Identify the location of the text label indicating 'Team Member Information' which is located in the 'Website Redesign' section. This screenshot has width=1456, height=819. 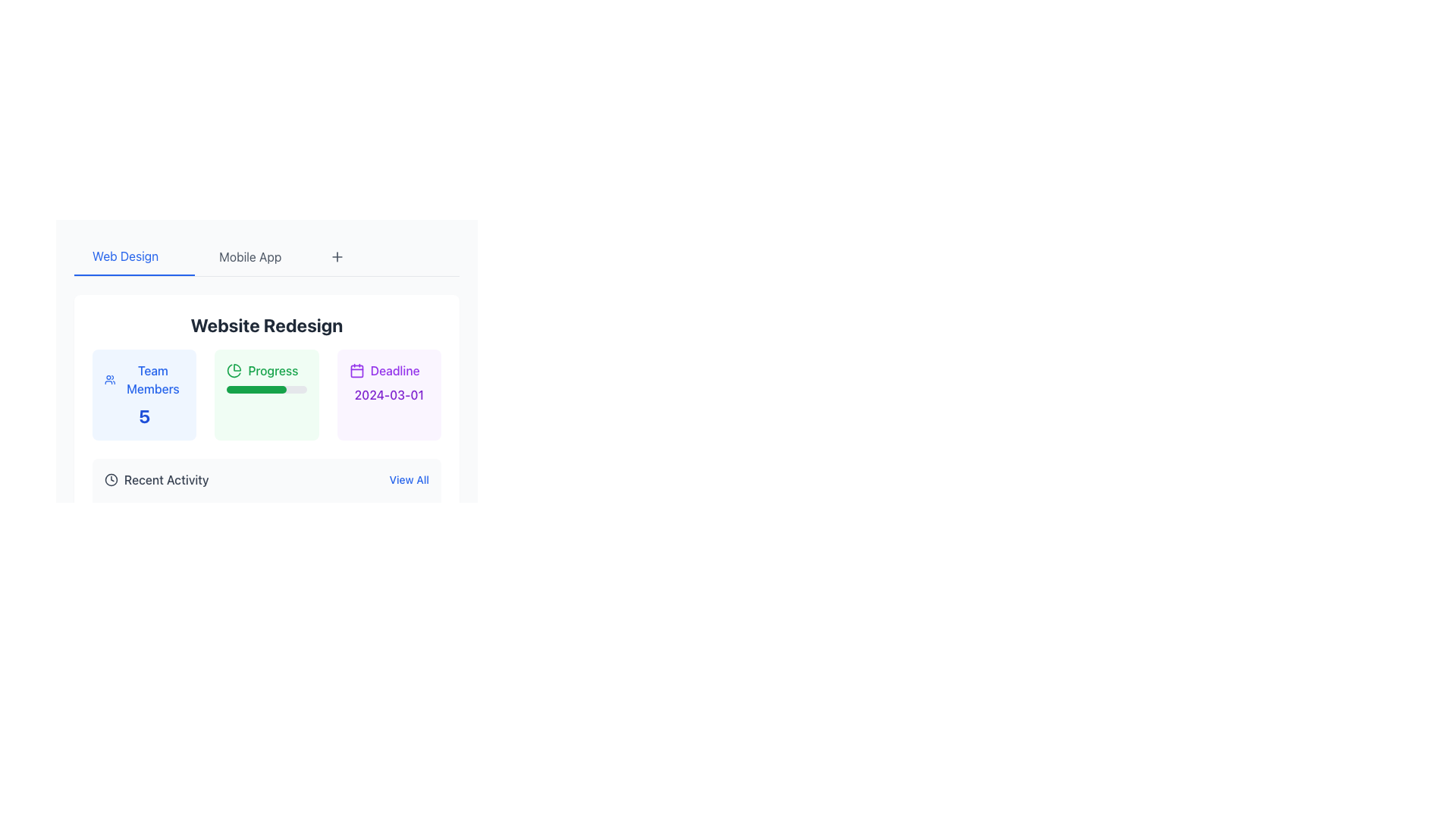
(152, 379).